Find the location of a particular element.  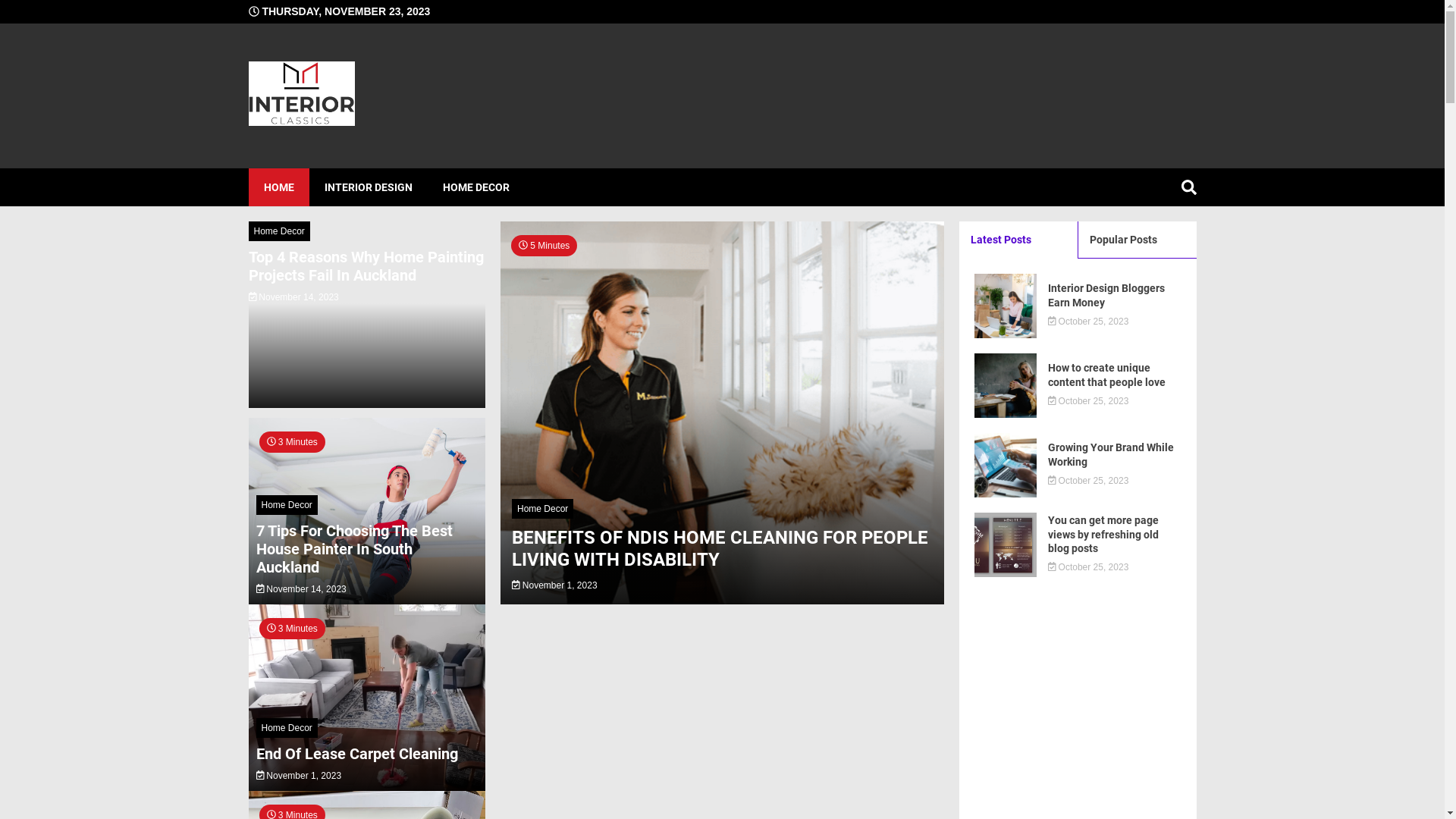

'Home Decor' is located at coordinates (279, 231).